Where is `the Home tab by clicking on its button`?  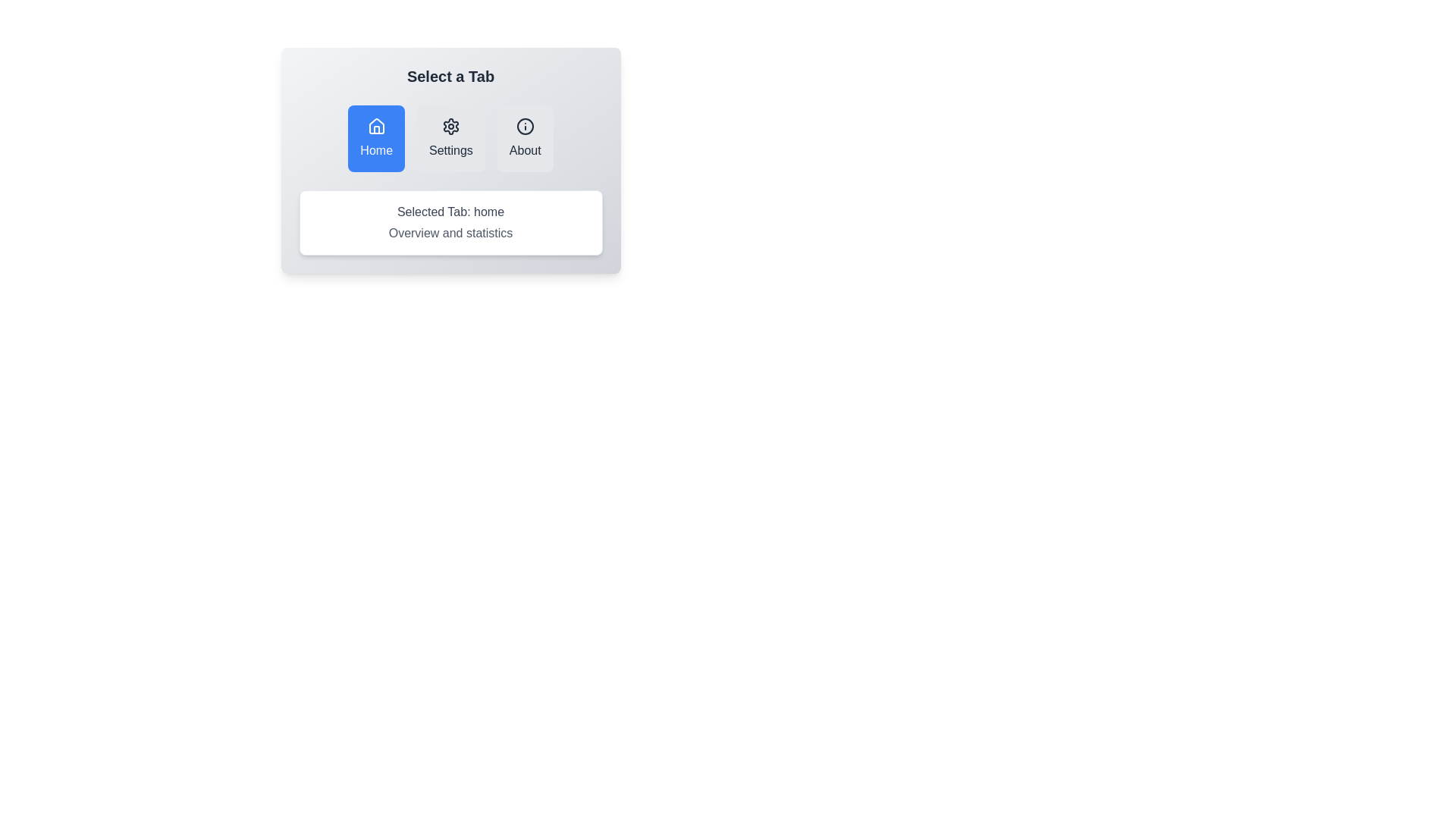
the Home tab by clicking on its button is located at coordinates (376, 138).